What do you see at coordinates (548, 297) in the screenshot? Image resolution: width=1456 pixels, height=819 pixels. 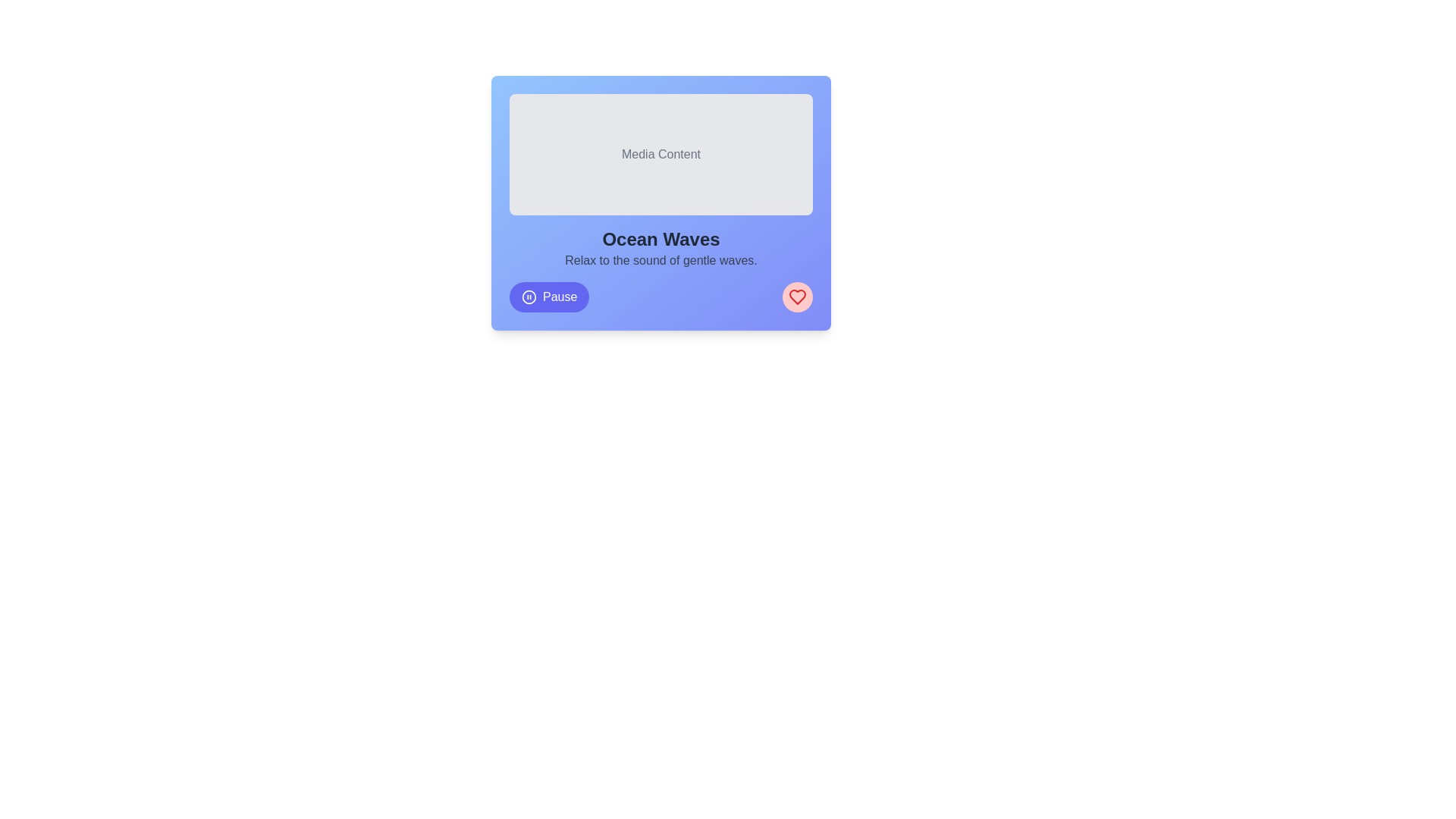 I see `the 'Pause' button, which is a rounded rectangle with a vibrant indigo background and white text` at bounding box center [548, 297].